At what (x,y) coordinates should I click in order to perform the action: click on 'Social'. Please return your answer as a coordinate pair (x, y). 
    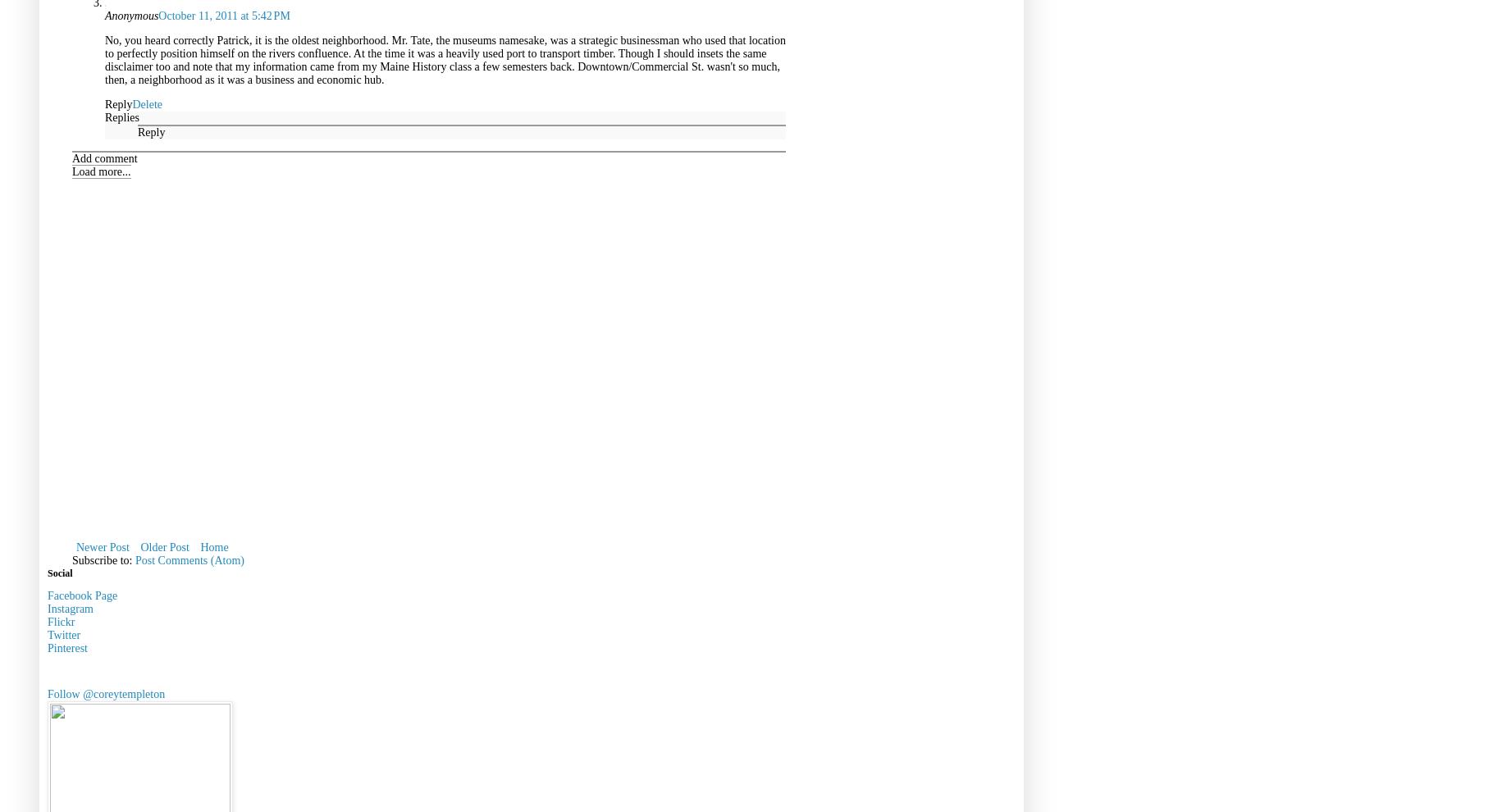
    Looking at the image, I should click on (59, 572).